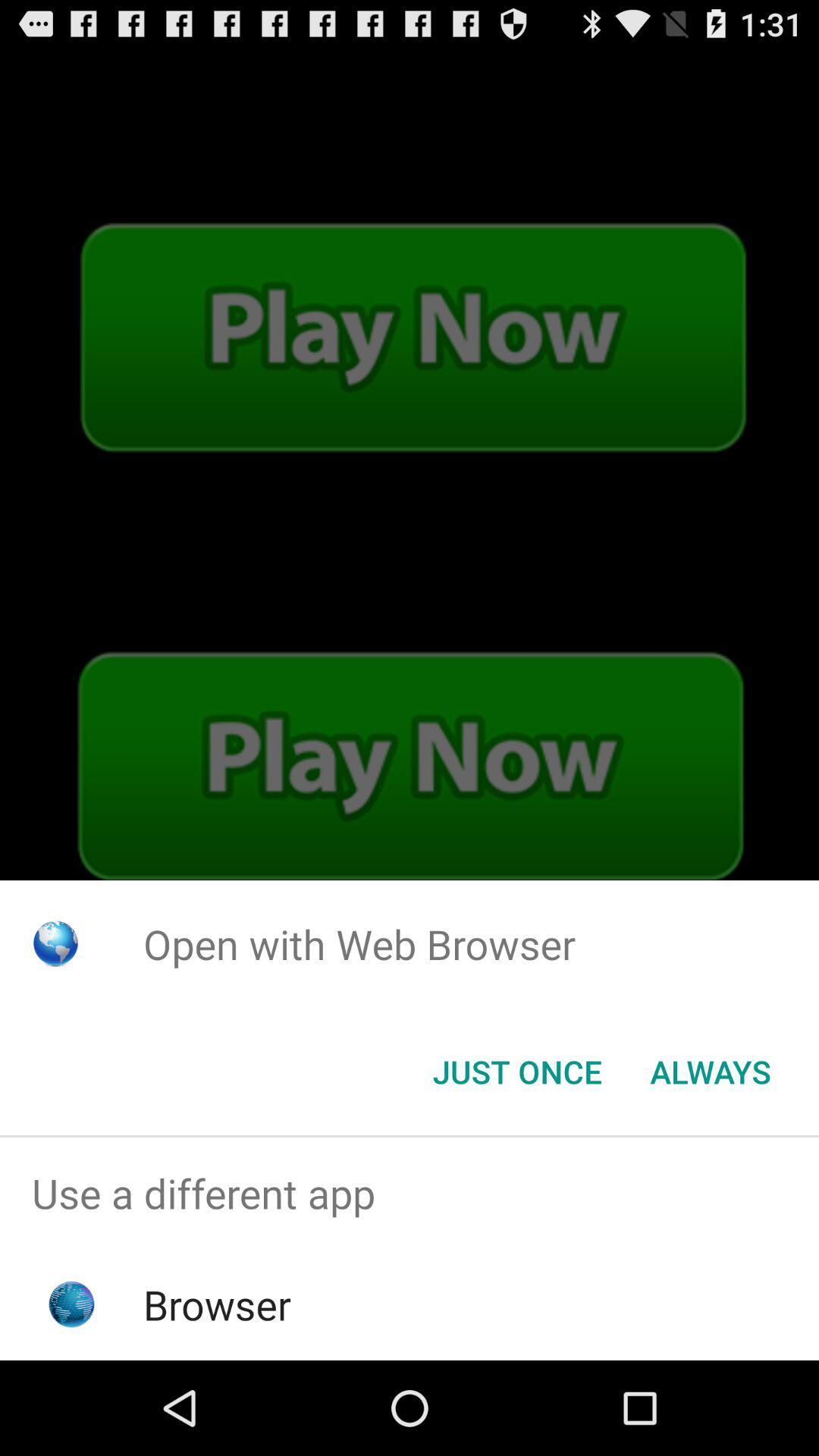 This screenshot has height=1456, width=819. I want to click on the use a different, so click(409, 1192).